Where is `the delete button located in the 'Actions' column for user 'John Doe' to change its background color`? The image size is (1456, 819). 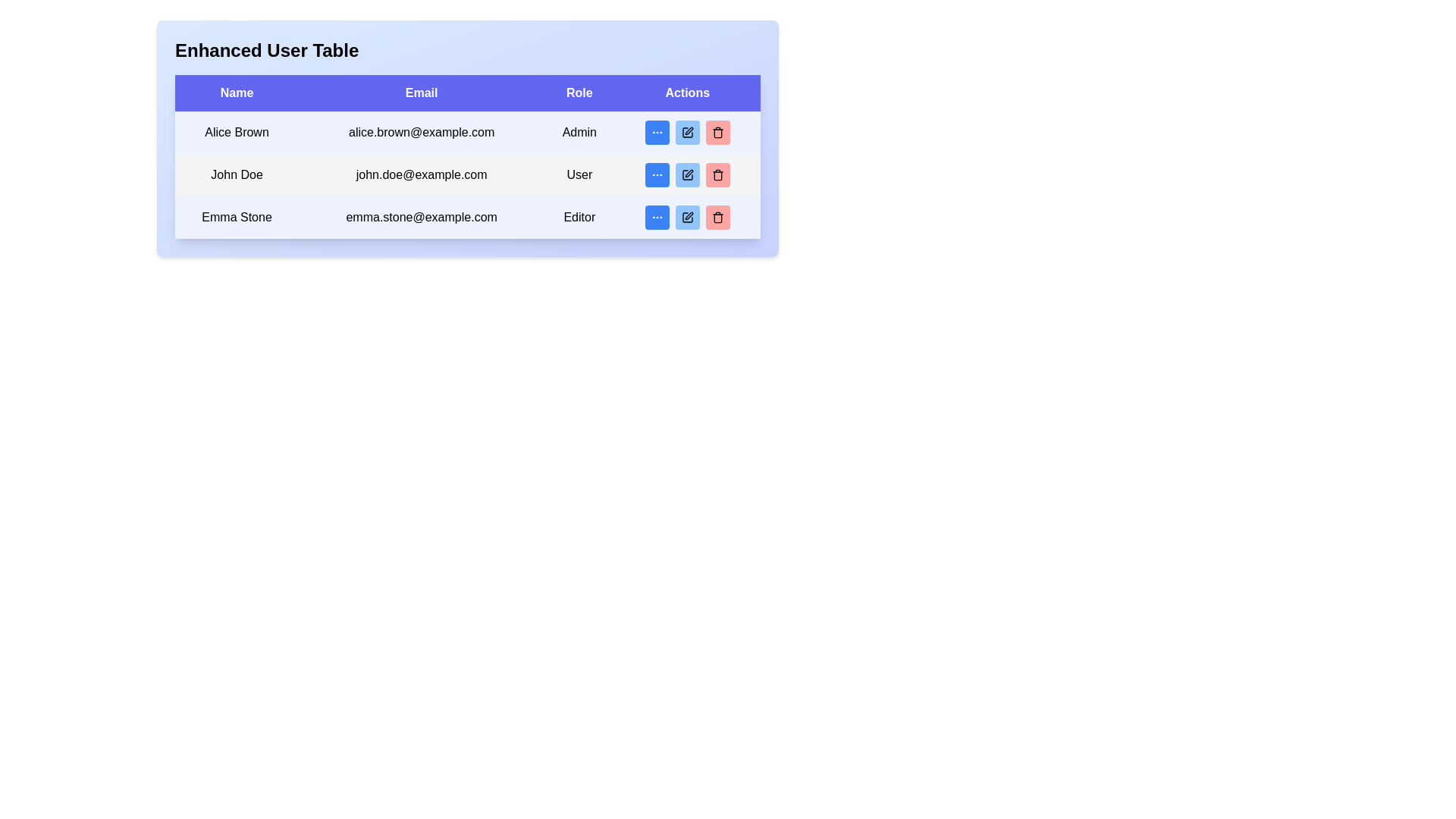 the delete button located in the 'Actions' column for user 'John Doe' to change its background color is located at coordinates (717, 174).